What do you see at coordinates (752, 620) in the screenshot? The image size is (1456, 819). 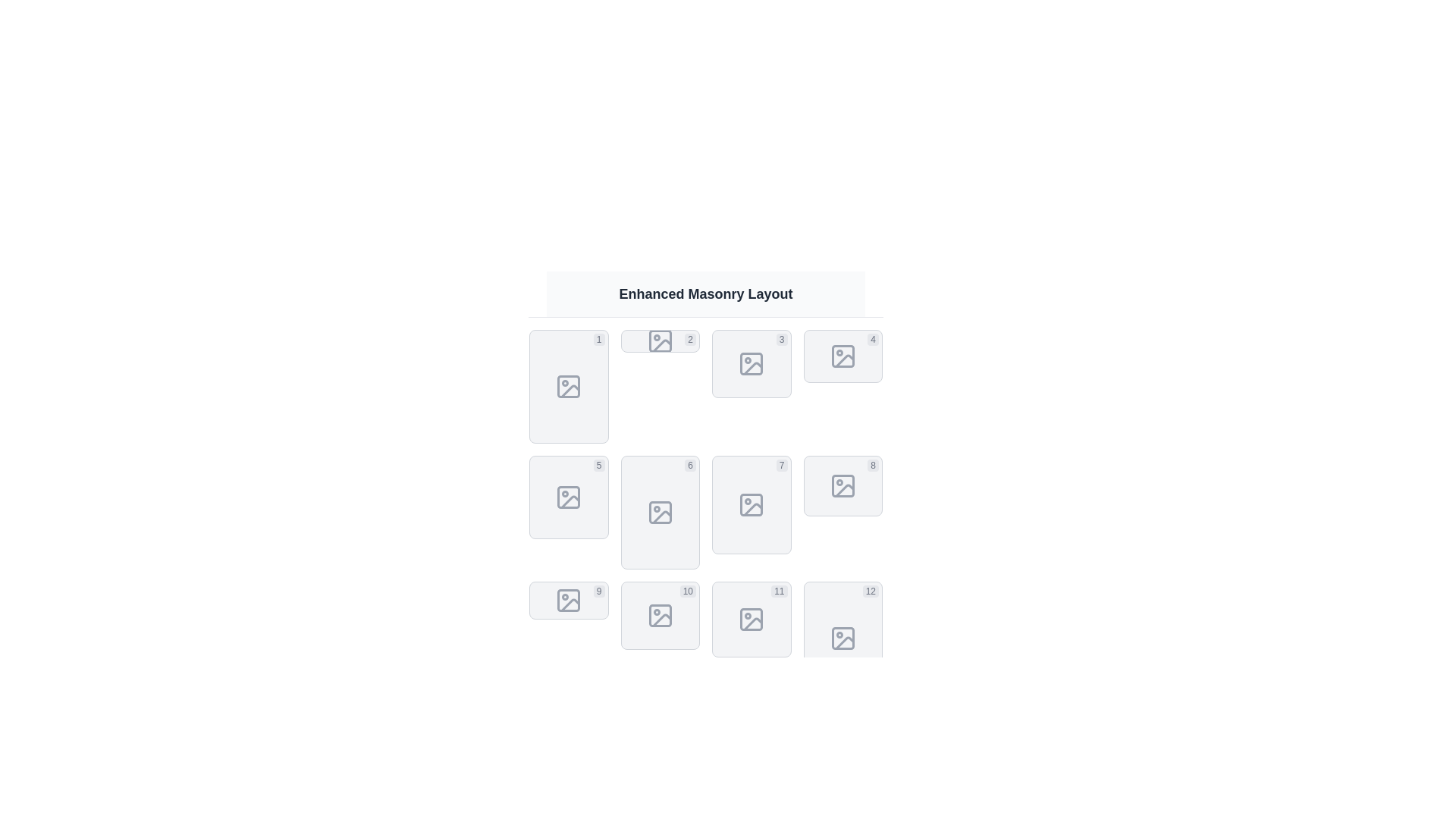 I see `the rectangular card with a light gray background and a bordered outline, which contains an icon and a dimension label '11' in the top-right corner` at bounding box center [752, 620].